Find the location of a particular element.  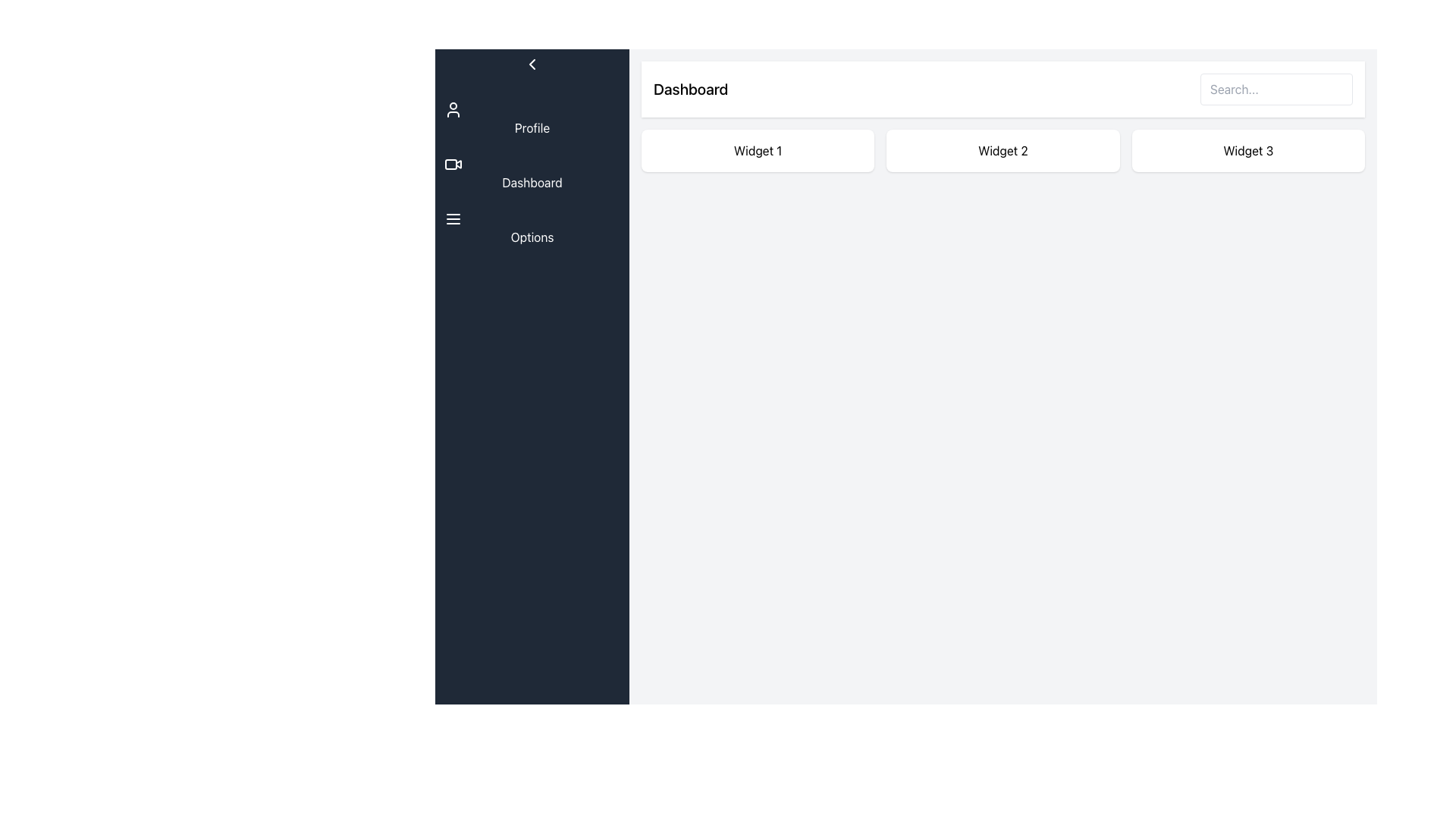

the topmost Chevron arrow icon located at the top-left corner of the left-side navigation panel is located at coordinates (532, 63).